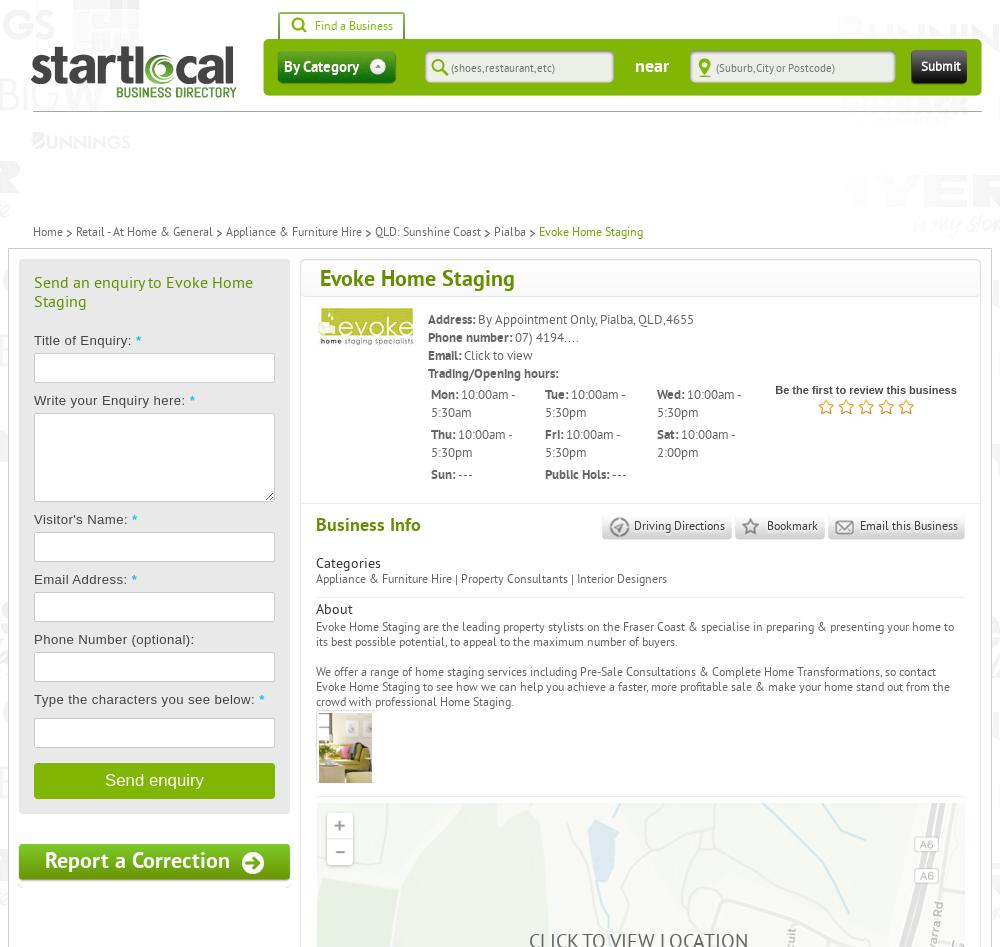 The width and height of the screenshot is (1000, 947). What do you see at coordinates (428, 232) in the screenshot?
I see `'QLD: Sunshine Coast'` at bounding box center [428, 232].